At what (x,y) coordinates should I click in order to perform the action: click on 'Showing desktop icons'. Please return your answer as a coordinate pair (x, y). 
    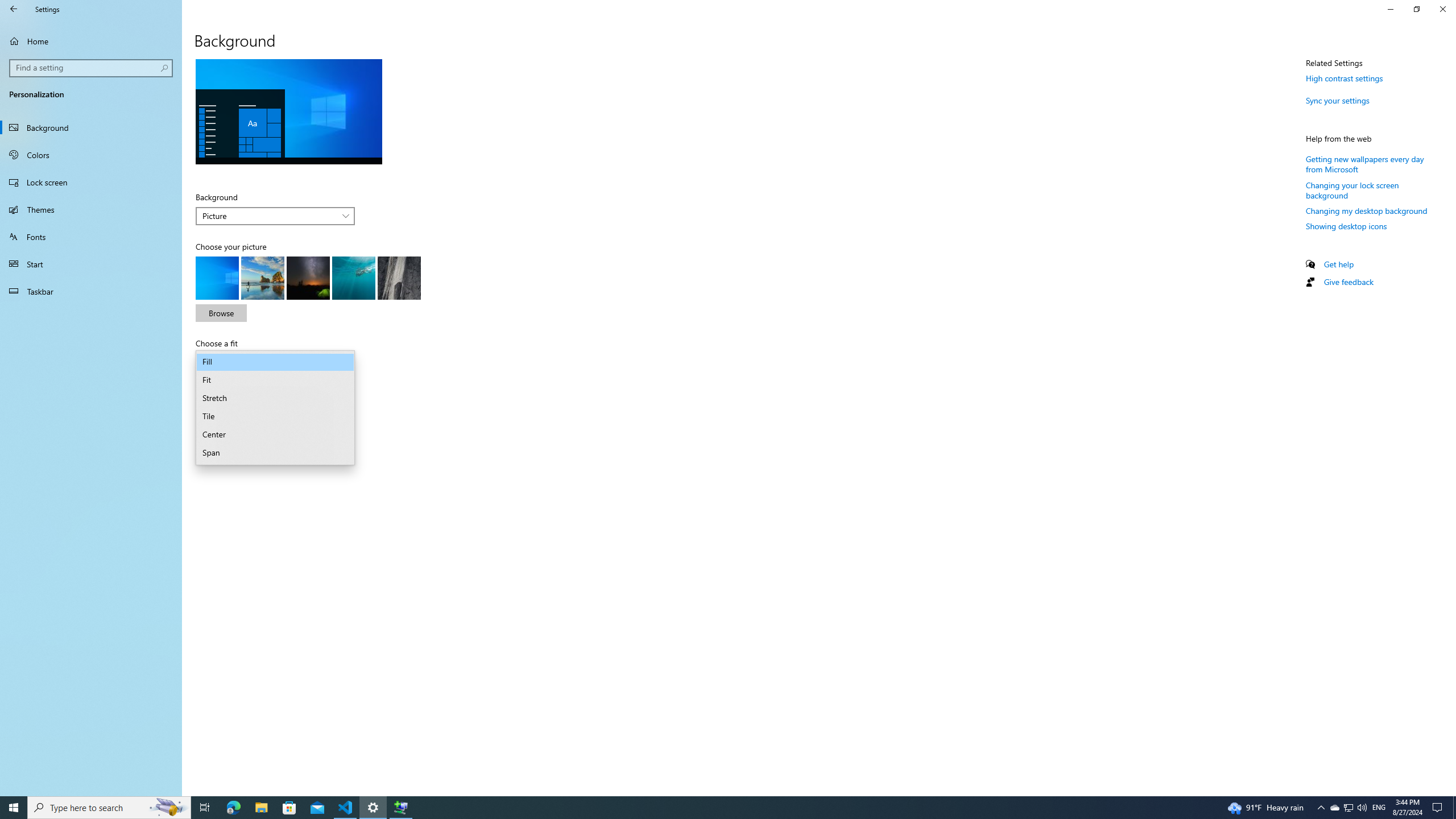
    Looking at the image, I should click on (1347, 226).